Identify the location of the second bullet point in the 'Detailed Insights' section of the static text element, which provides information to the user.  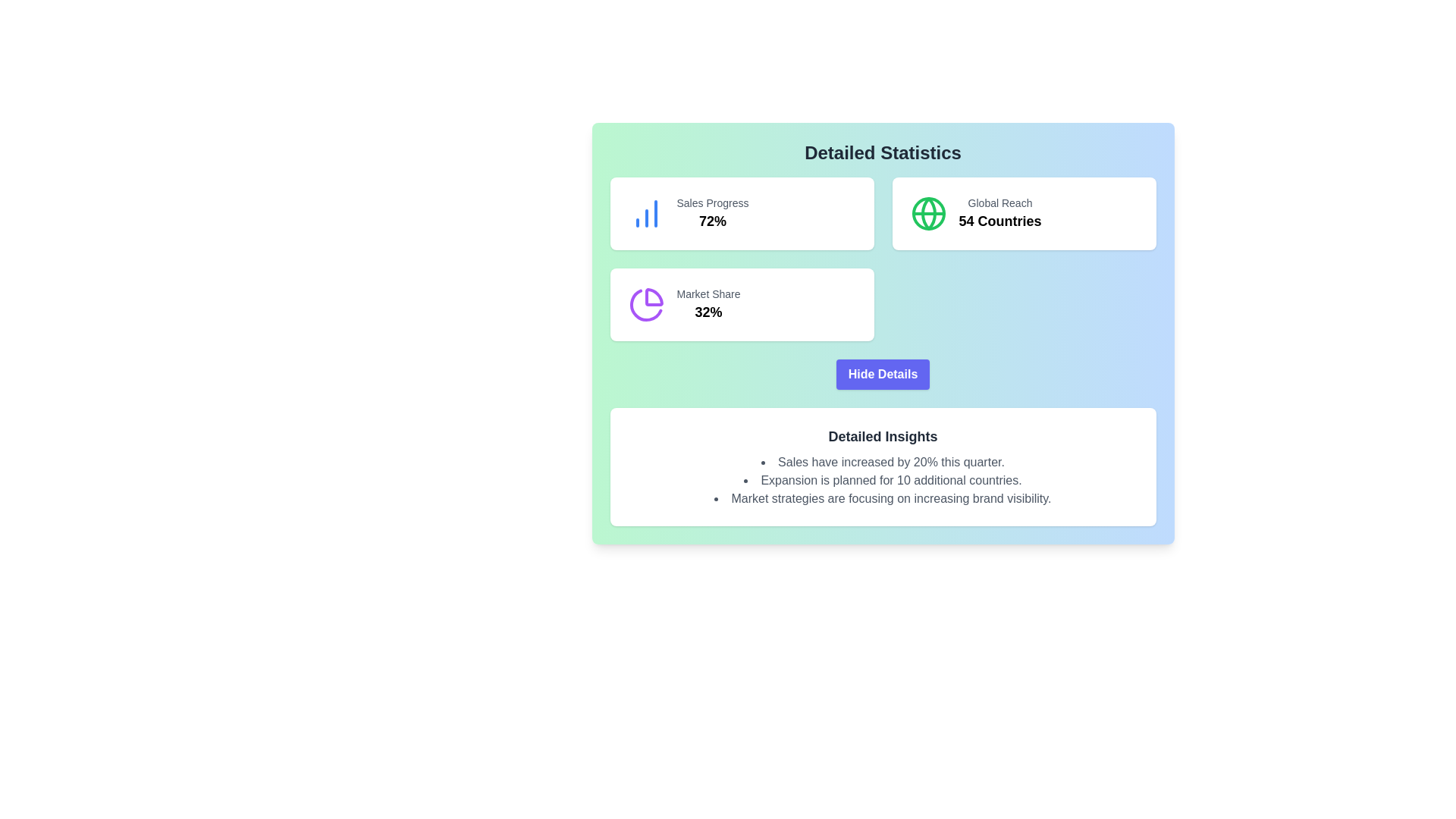
(883, 480).